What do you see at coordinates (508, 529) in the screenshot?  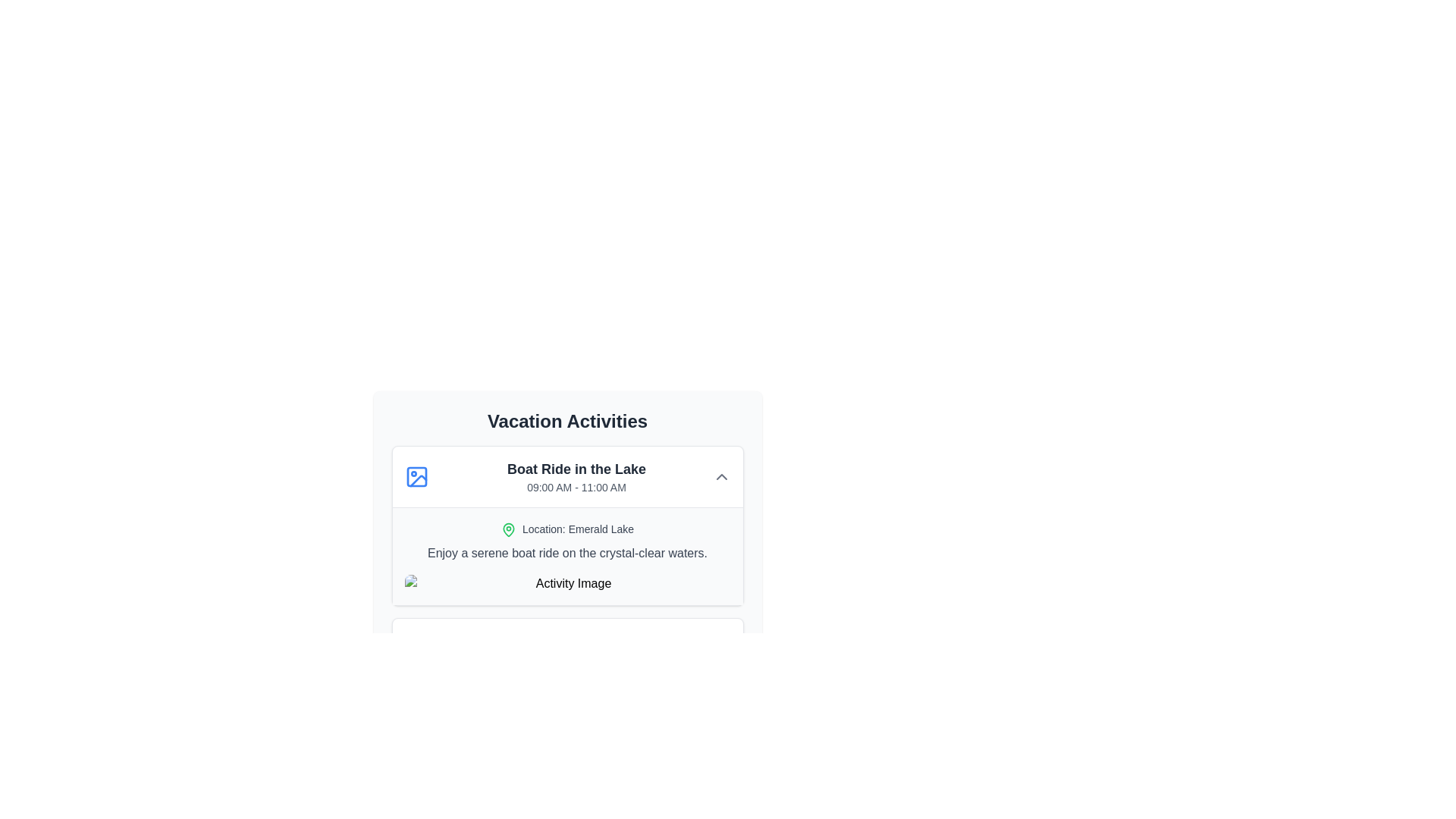 I see `the green and white location marker icon, which is a small map pin positioned to the left of the text 'Location: Emerald Lake'` at bounding box center [508, 529].